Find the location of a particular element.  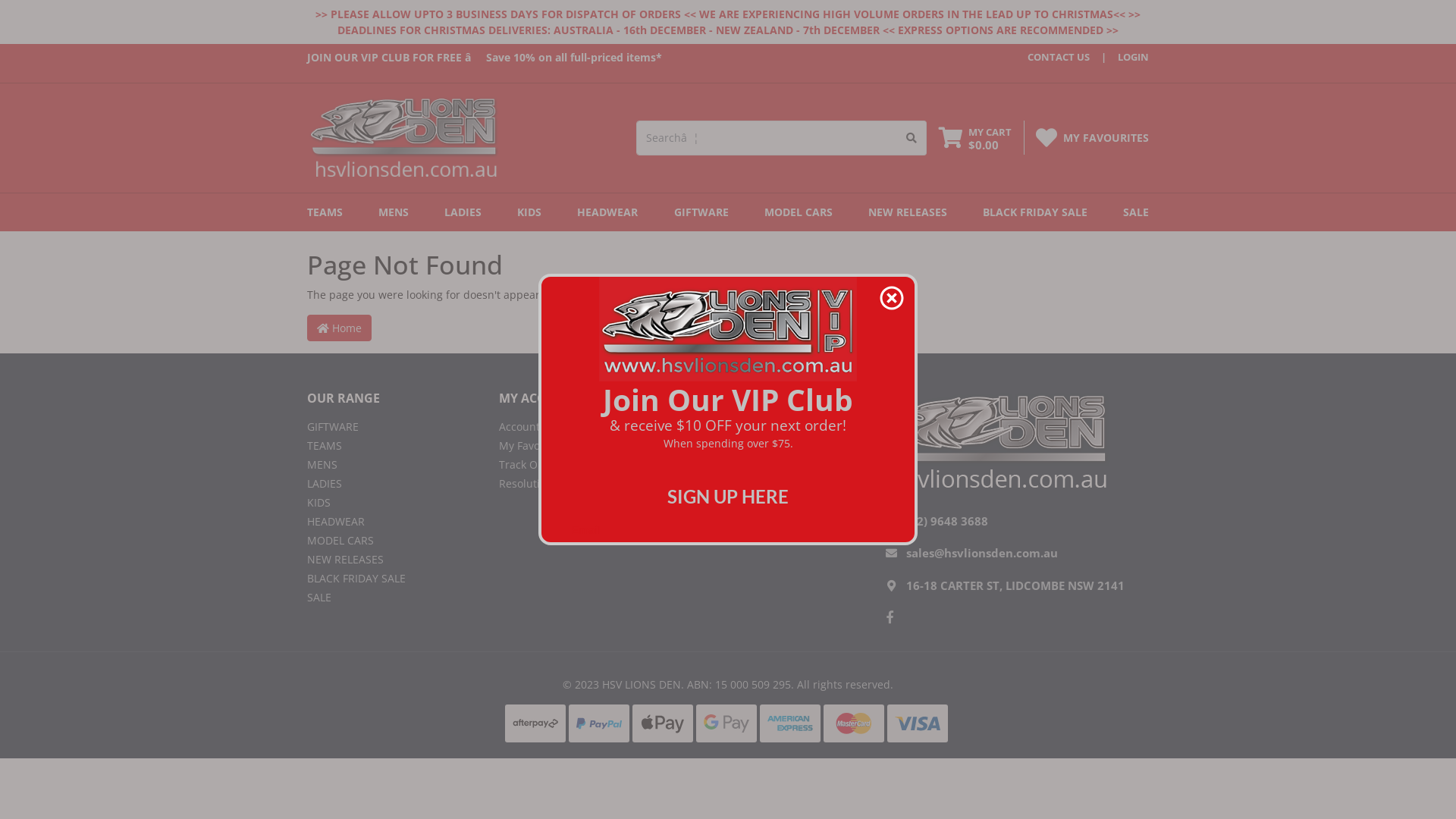

'Track Order' is located at coordinates (498, 463).